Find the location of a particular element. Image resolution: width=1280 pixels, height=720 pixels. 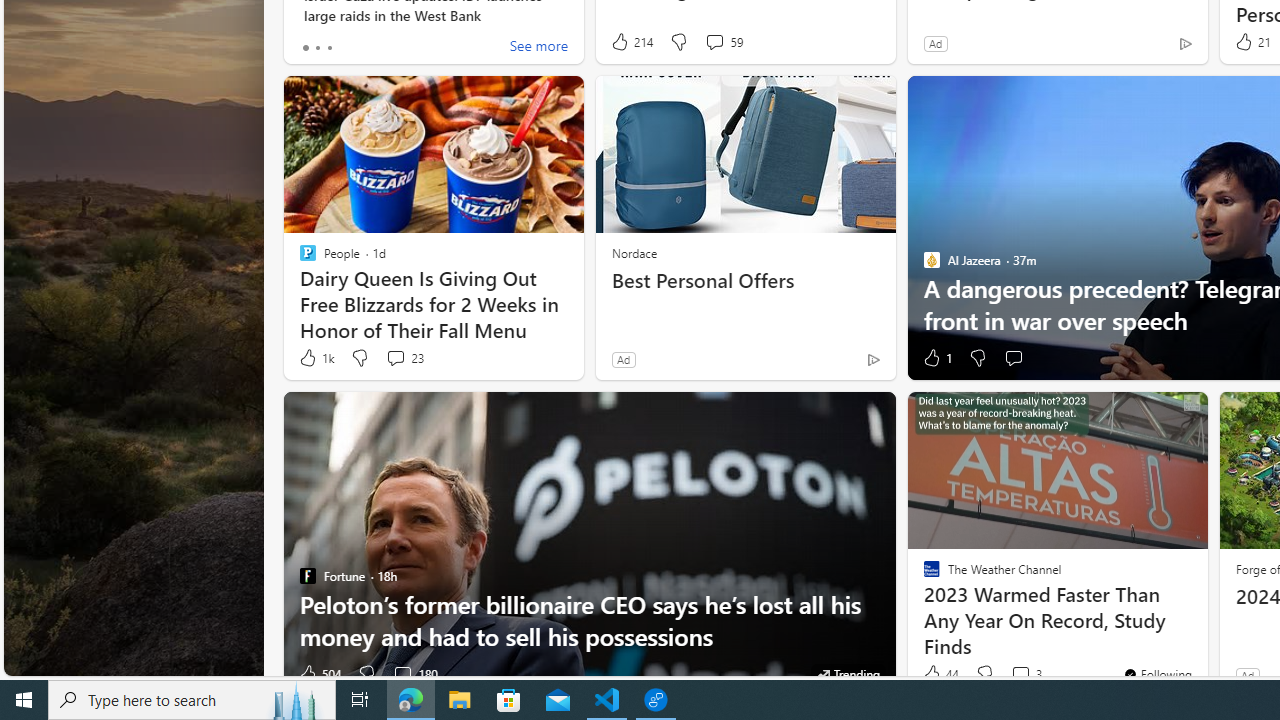

'View comments 23 Comment' is located at coordinates (404, 357).